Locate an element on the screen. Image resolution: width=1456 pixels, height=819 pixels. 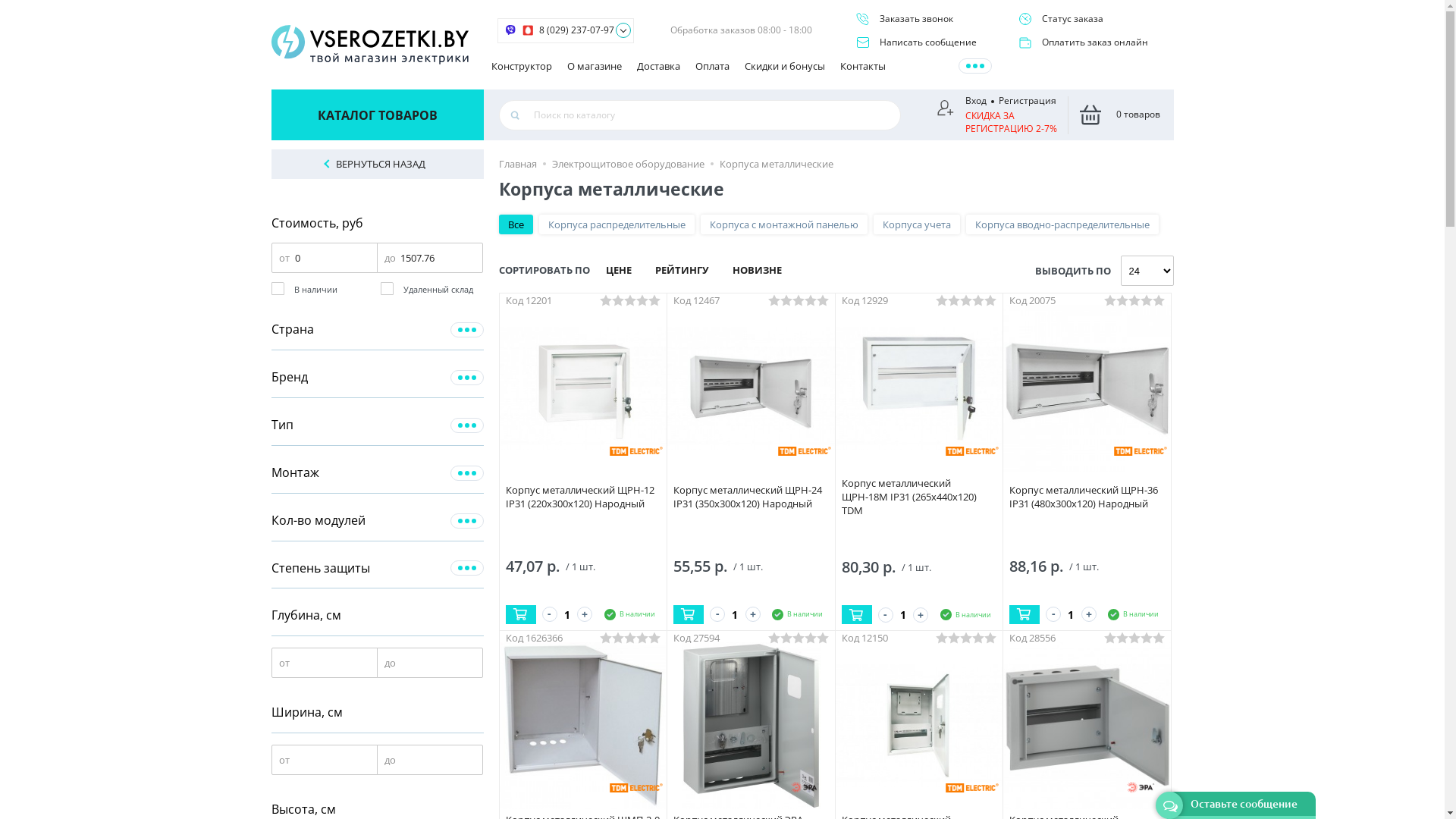
'+' is located at coordinates (920, 614).